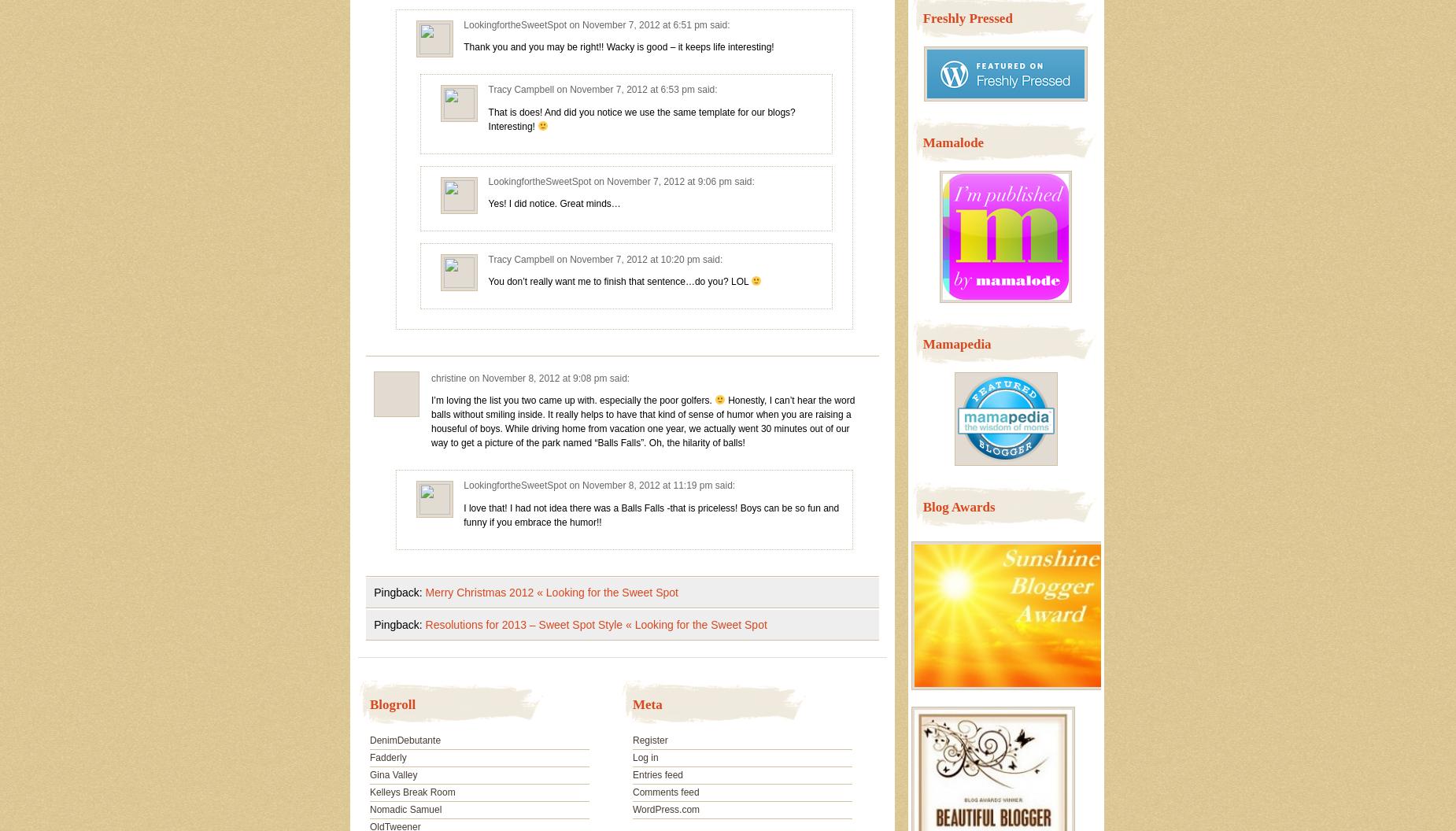 The height and width of the screenshot is (831, 1456). Describe the element at coordinates (487, 119) in the screenshot. I see `'That is does! And did you notice we use the same template for our blogs? Interesting!'` at that location.